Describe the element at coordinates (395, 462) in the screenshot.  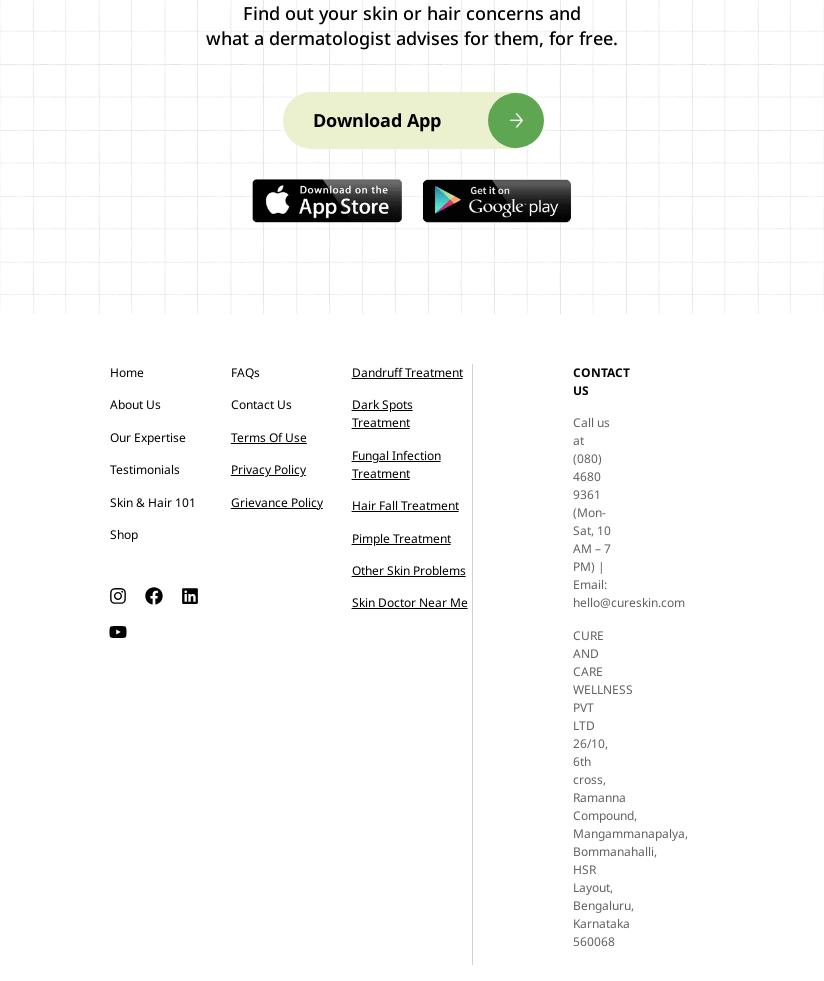
I see `'Fungal Infection Treatment'` at that location.